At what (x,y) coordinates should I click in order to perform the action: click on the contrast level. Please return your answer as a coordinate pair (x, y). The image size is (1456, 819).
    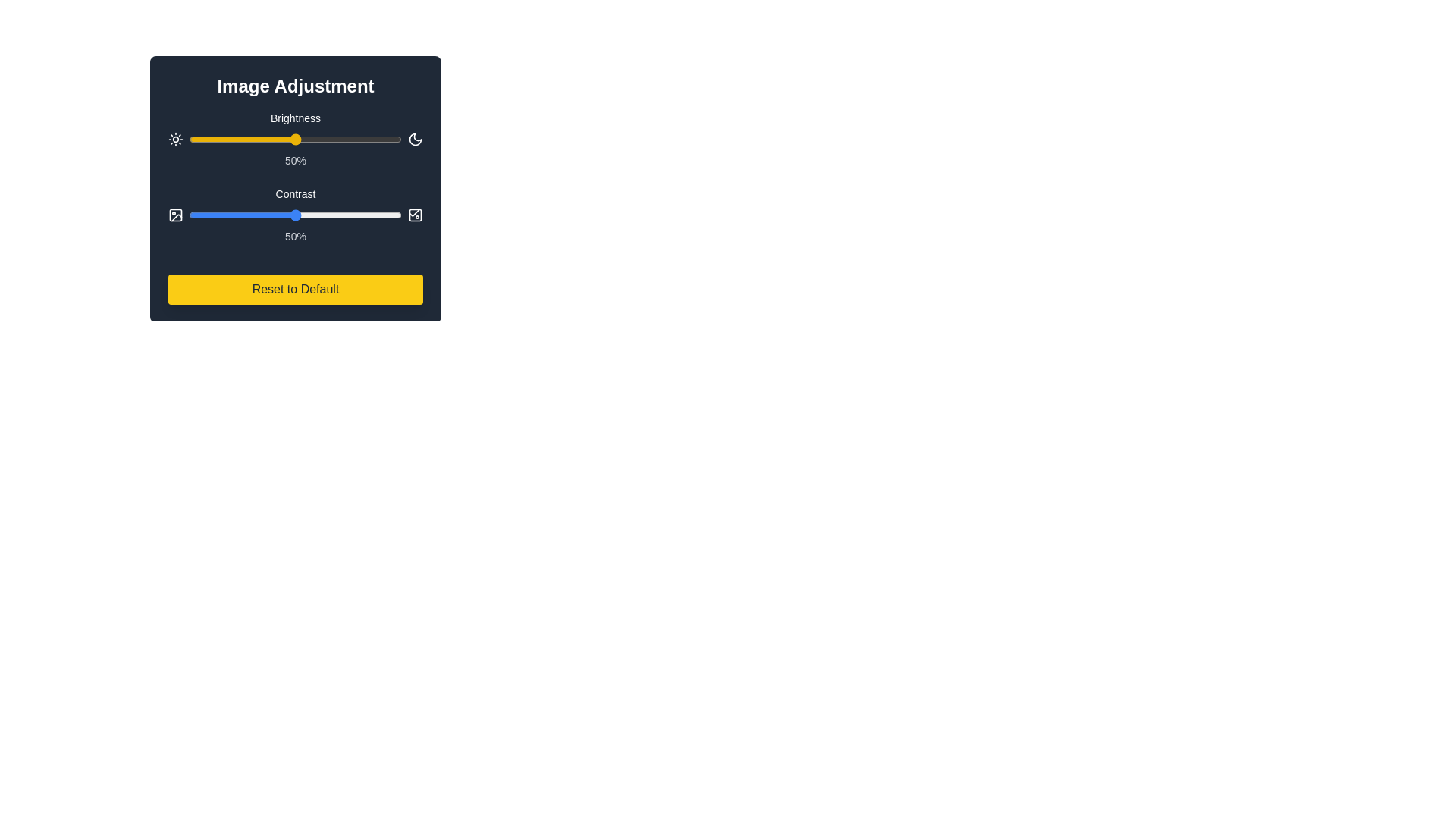
    Looking at the image, I should click on (360, 215).